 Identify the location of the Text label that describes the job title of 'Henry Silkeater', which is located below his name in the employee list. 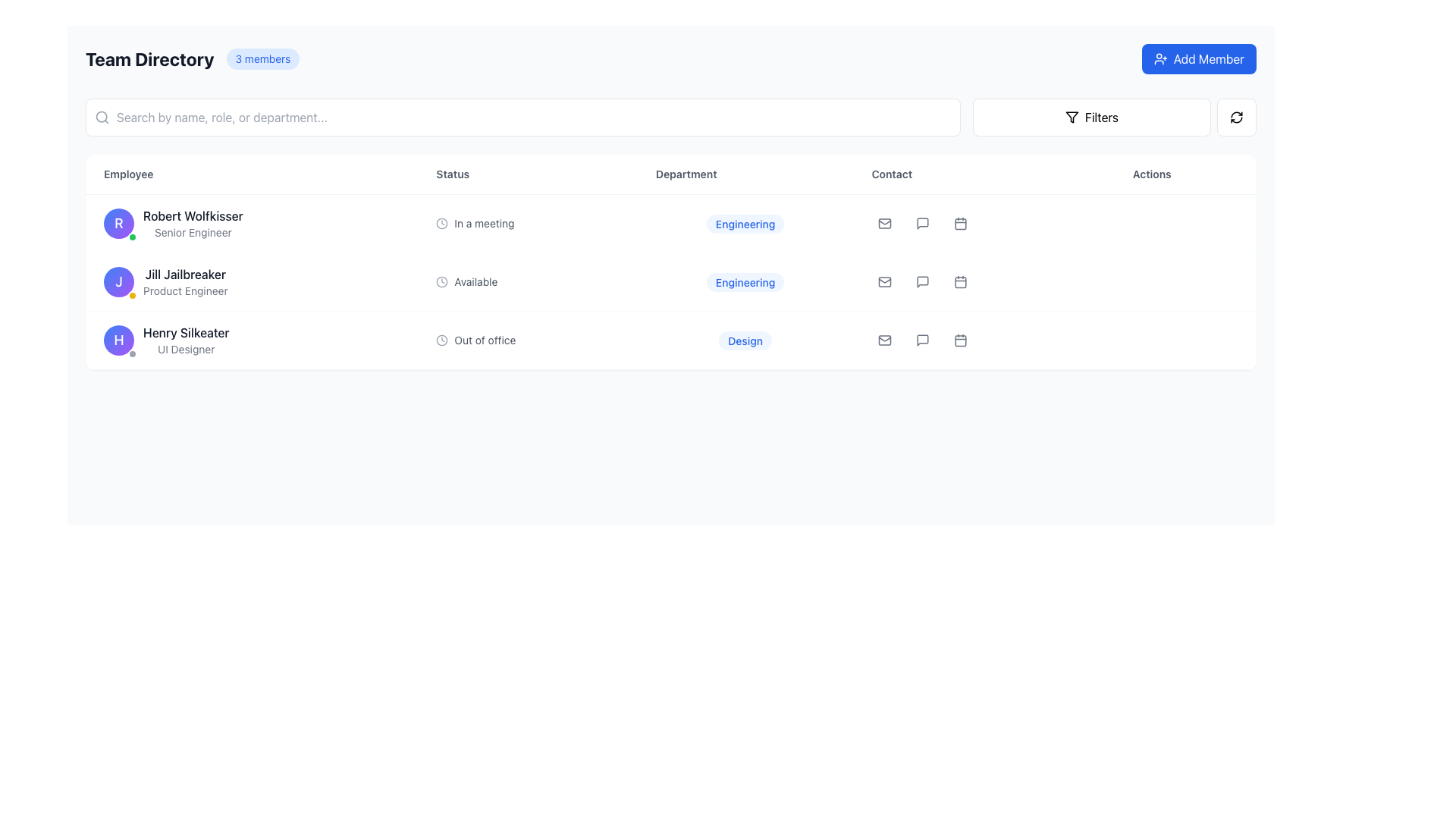
(185, 350).